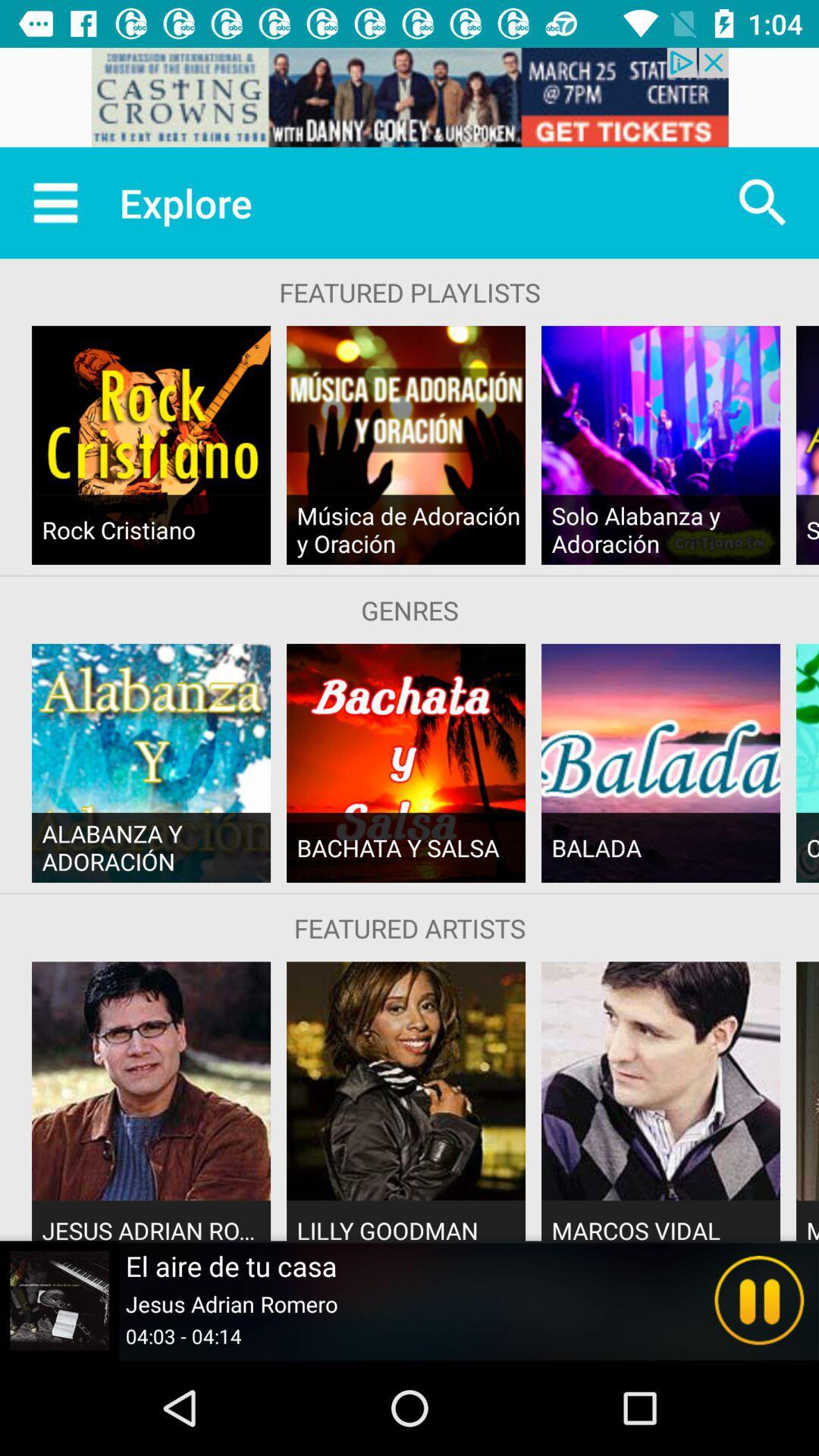  I want to click on the pause icon, so click(759, 1300).